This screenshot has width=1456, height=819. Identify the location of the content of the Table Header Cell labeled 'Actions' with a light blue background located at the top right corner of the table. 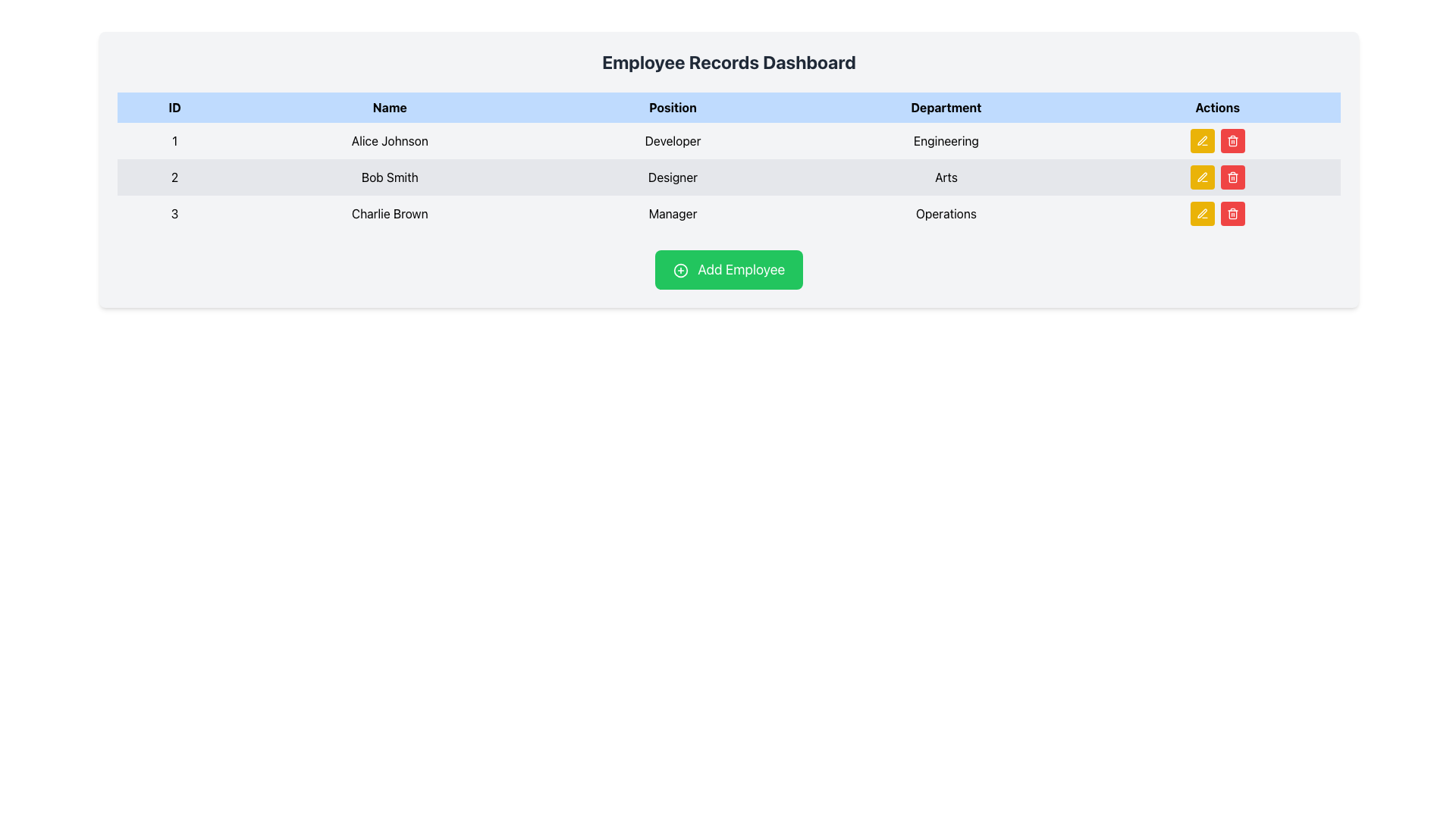
(1217, 107).